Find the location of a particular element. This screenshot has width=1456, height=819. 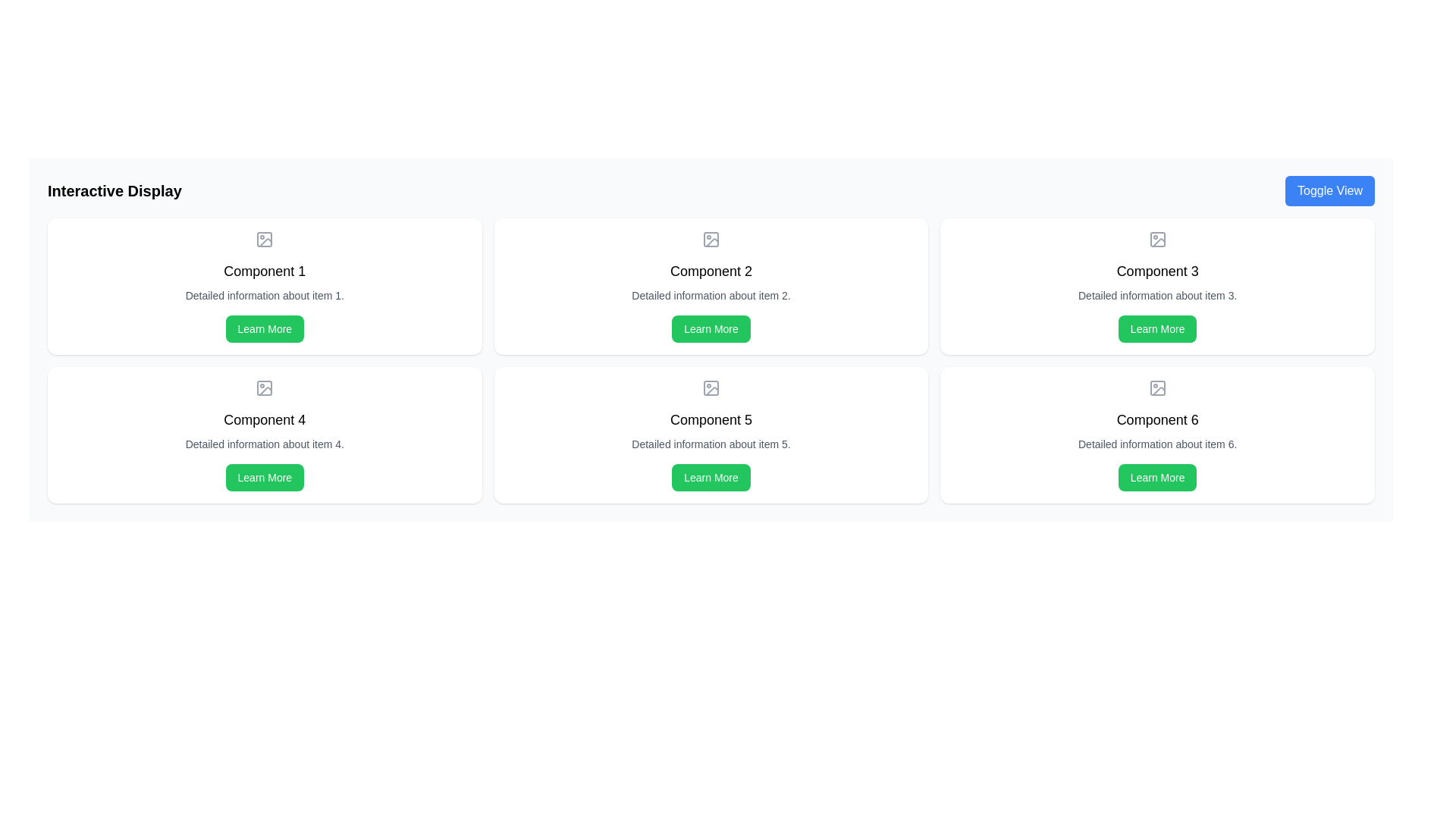

the green button with rounded edges labeled 'Learn More' located at the bottom center of 'Component 4' is located at coordinates (265, 476).